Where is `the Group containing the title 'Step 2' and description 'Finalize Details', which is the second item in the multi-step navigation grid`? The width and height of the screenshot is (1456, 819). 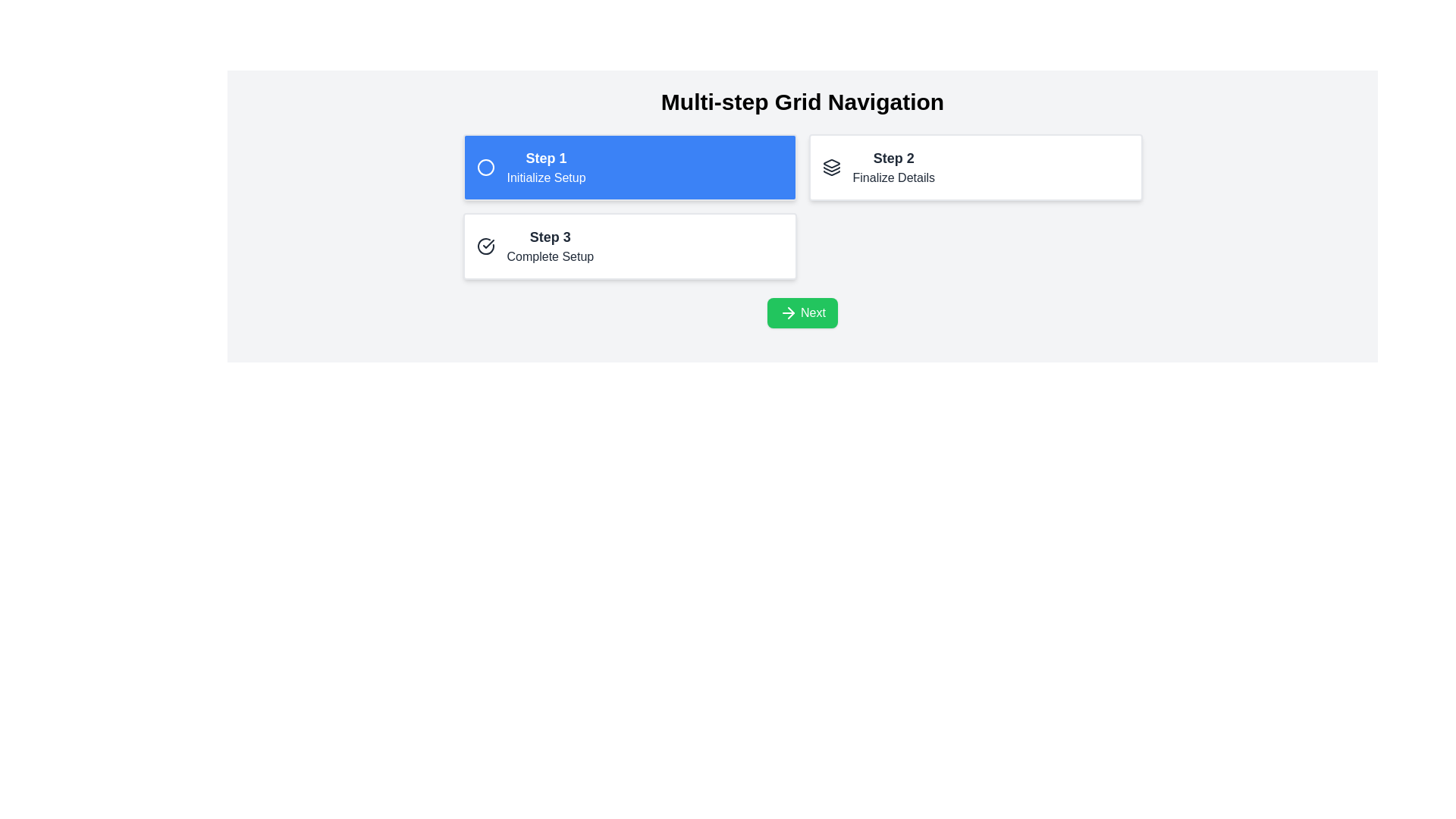 the Group containing the title 'Step 2' and description 'Finalize Details', which is the second item in the multi-step navigation grid is located at coordinates (893, 167).